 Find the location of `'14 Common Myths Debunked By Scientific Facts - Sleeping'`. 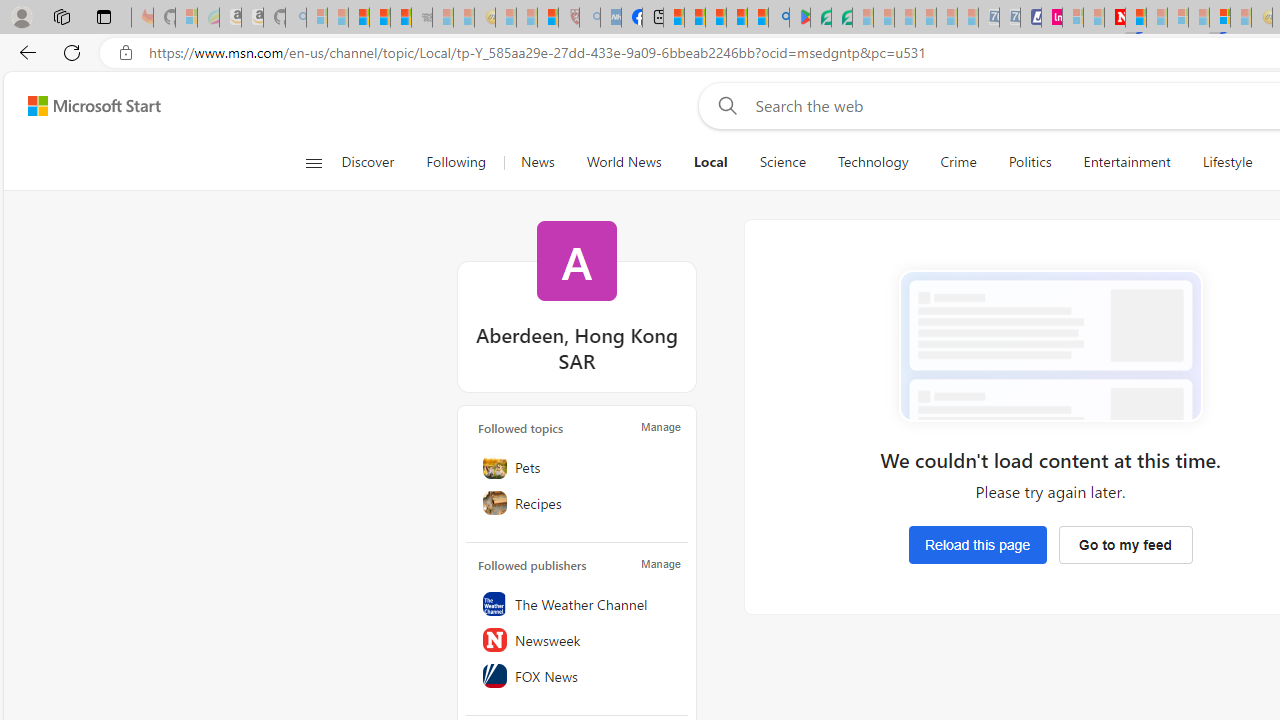

'14 Common Myths Debunked By Scientific Facts - Sleeping' is located at coordinates (1157, 17).